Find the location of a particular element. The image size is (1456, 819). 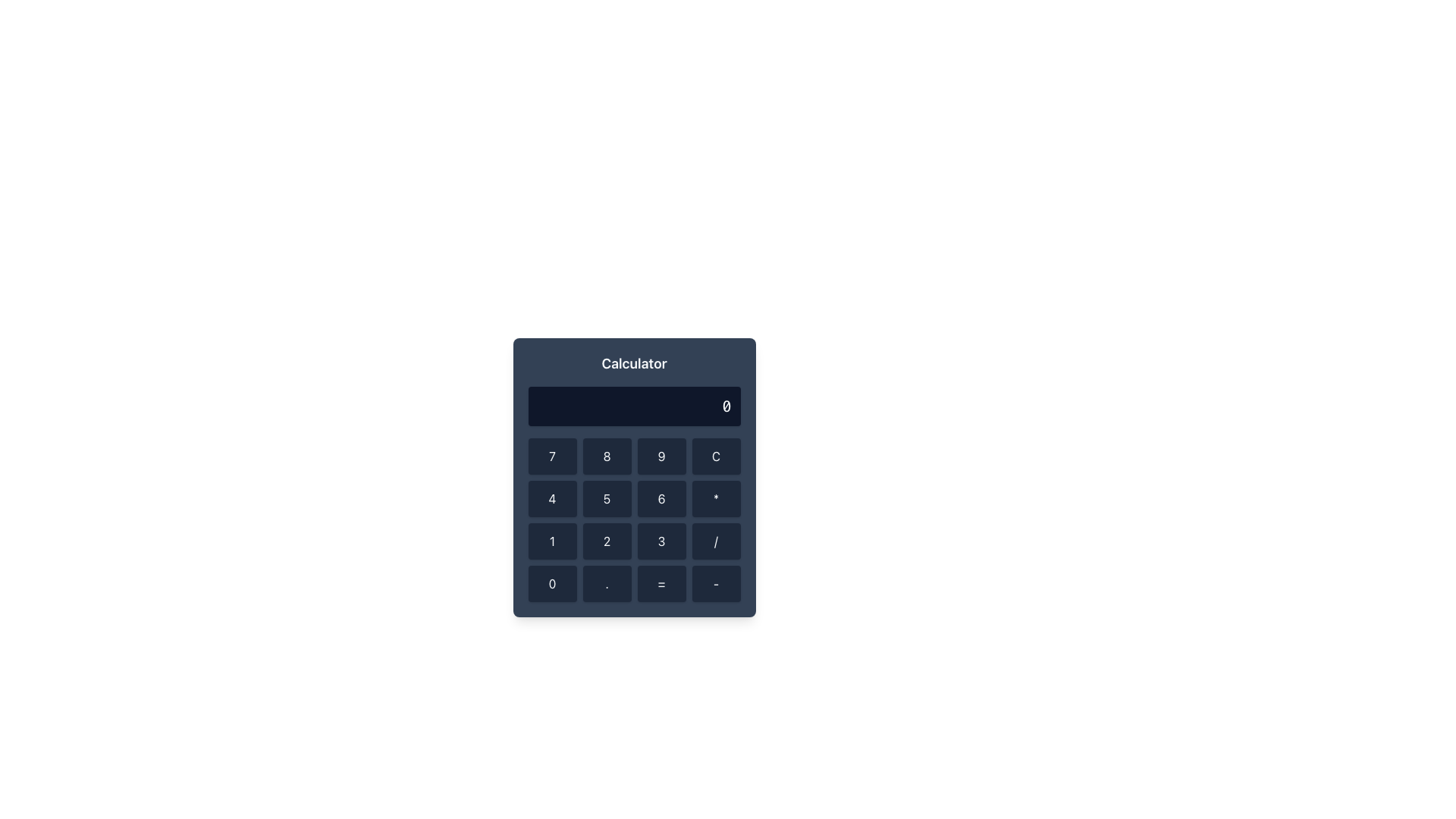

the button with a dark slate background and a white '-' character, located in the bottom-right corner of a 4x4 grid in the calculator interface is located at coordinates (715, 583).